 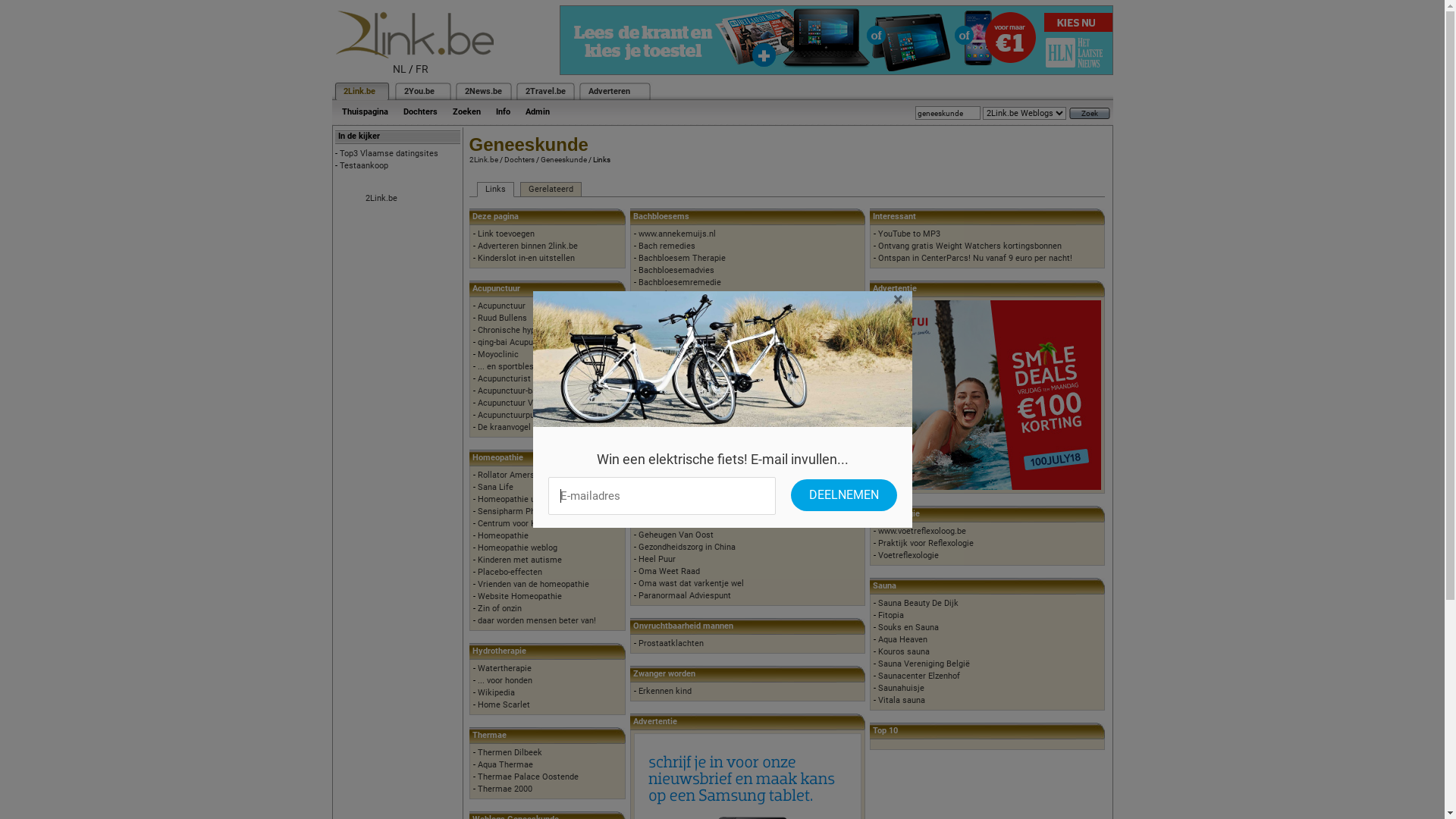 What do you see at coordinates (537, 111) in the screenshot?
I see `'Admin'` at bounding box center [537, 111].